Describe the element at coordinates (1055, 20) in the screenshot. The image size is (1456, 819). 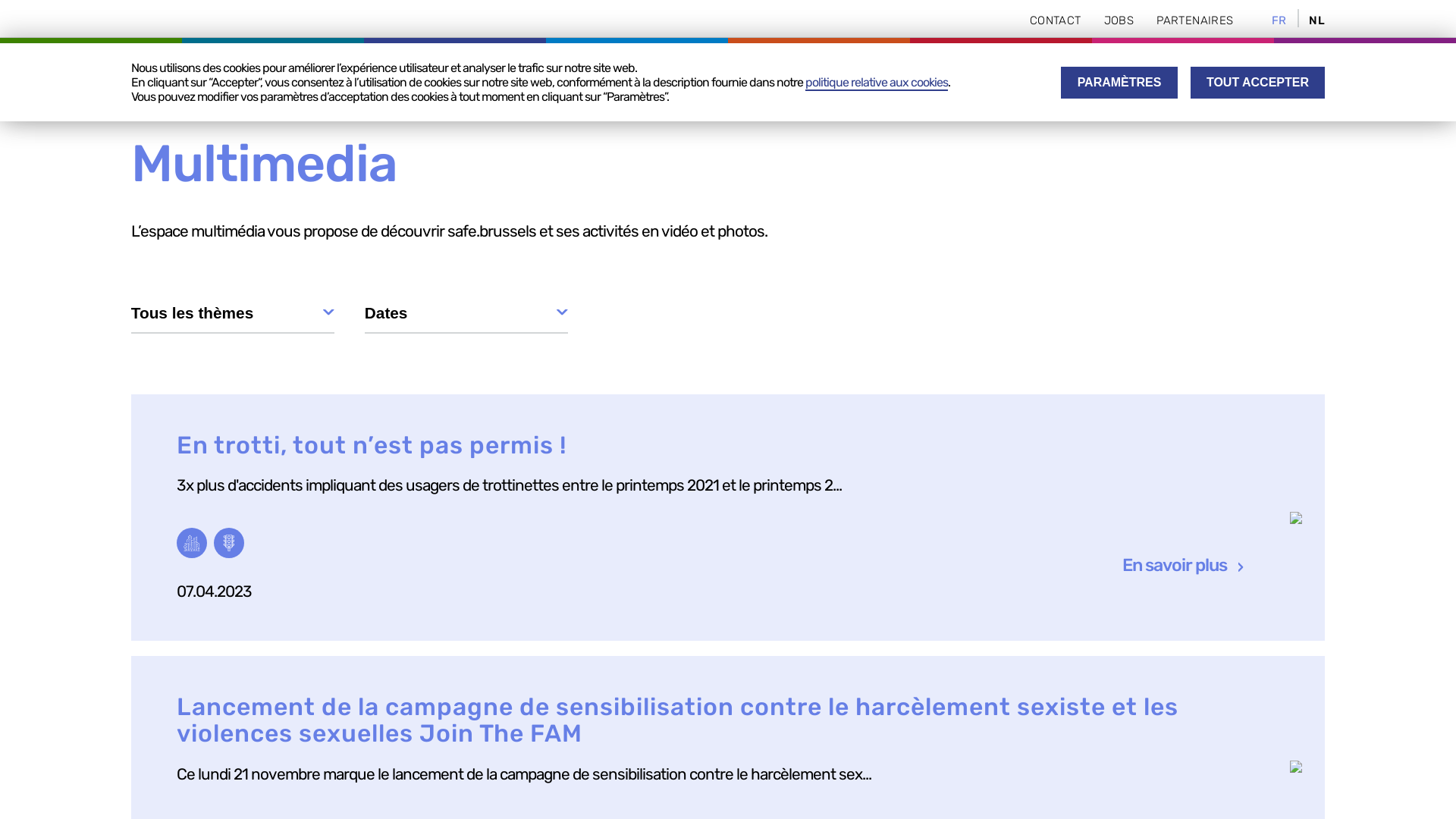
I see `'CONTACT'` at that location.